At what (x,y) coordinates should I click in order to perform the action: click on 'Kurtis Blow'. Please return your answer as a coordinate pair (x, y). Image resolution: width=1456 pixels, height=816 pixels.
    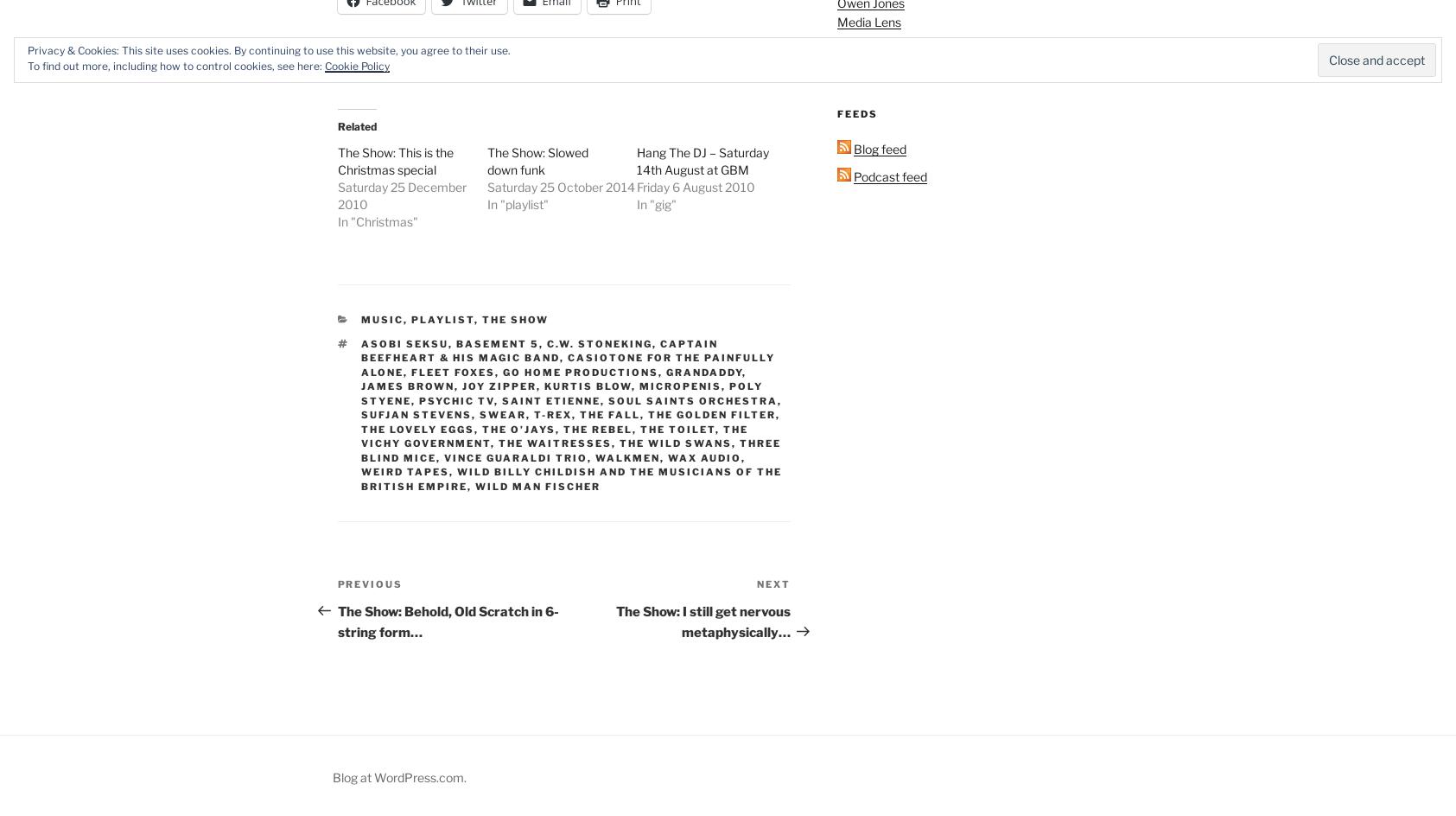
    Looking at the image, I should click on (544, 385).